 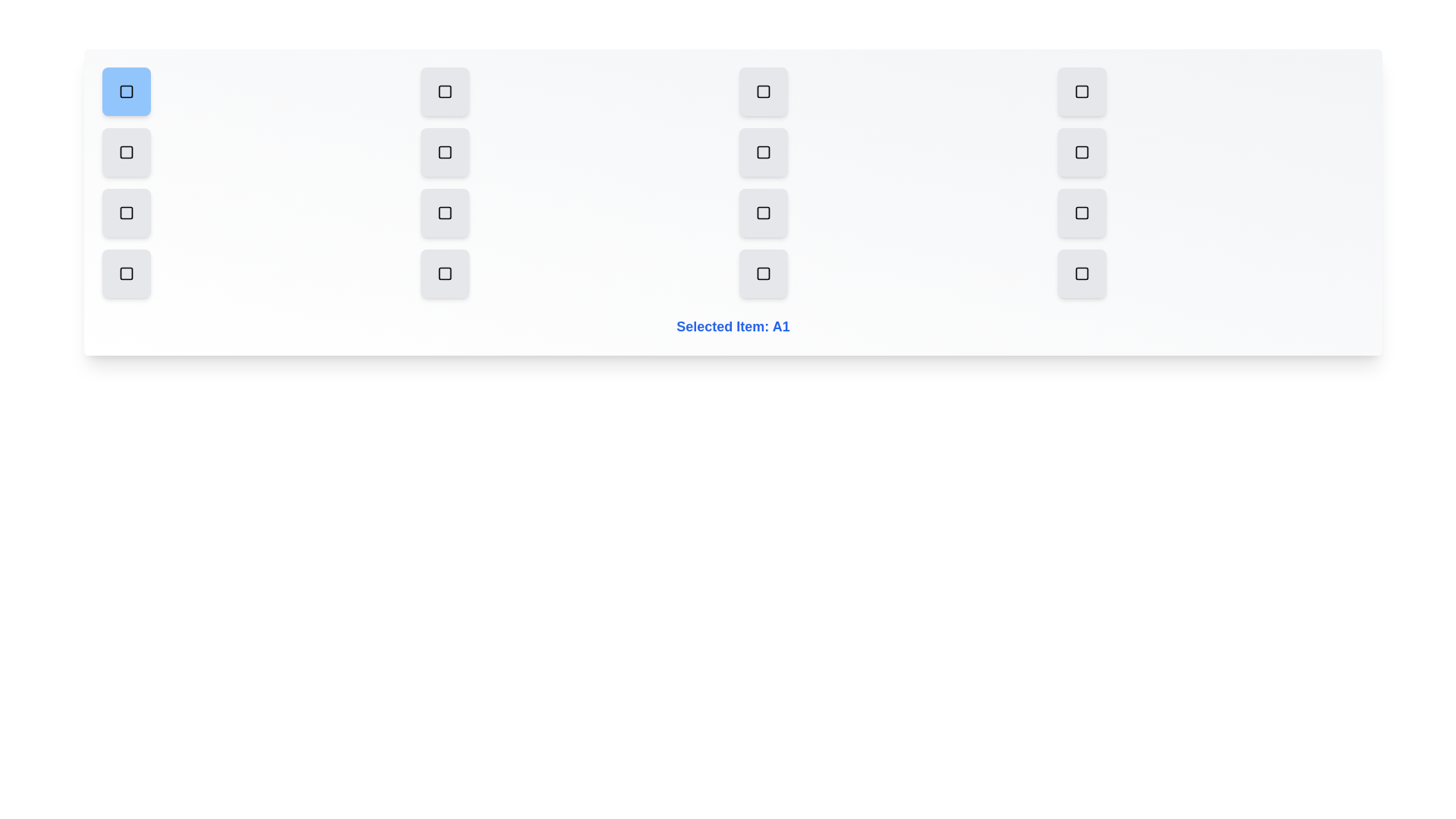 I want to click on the grid item D4 to select it, so click(x=1081, y=274).